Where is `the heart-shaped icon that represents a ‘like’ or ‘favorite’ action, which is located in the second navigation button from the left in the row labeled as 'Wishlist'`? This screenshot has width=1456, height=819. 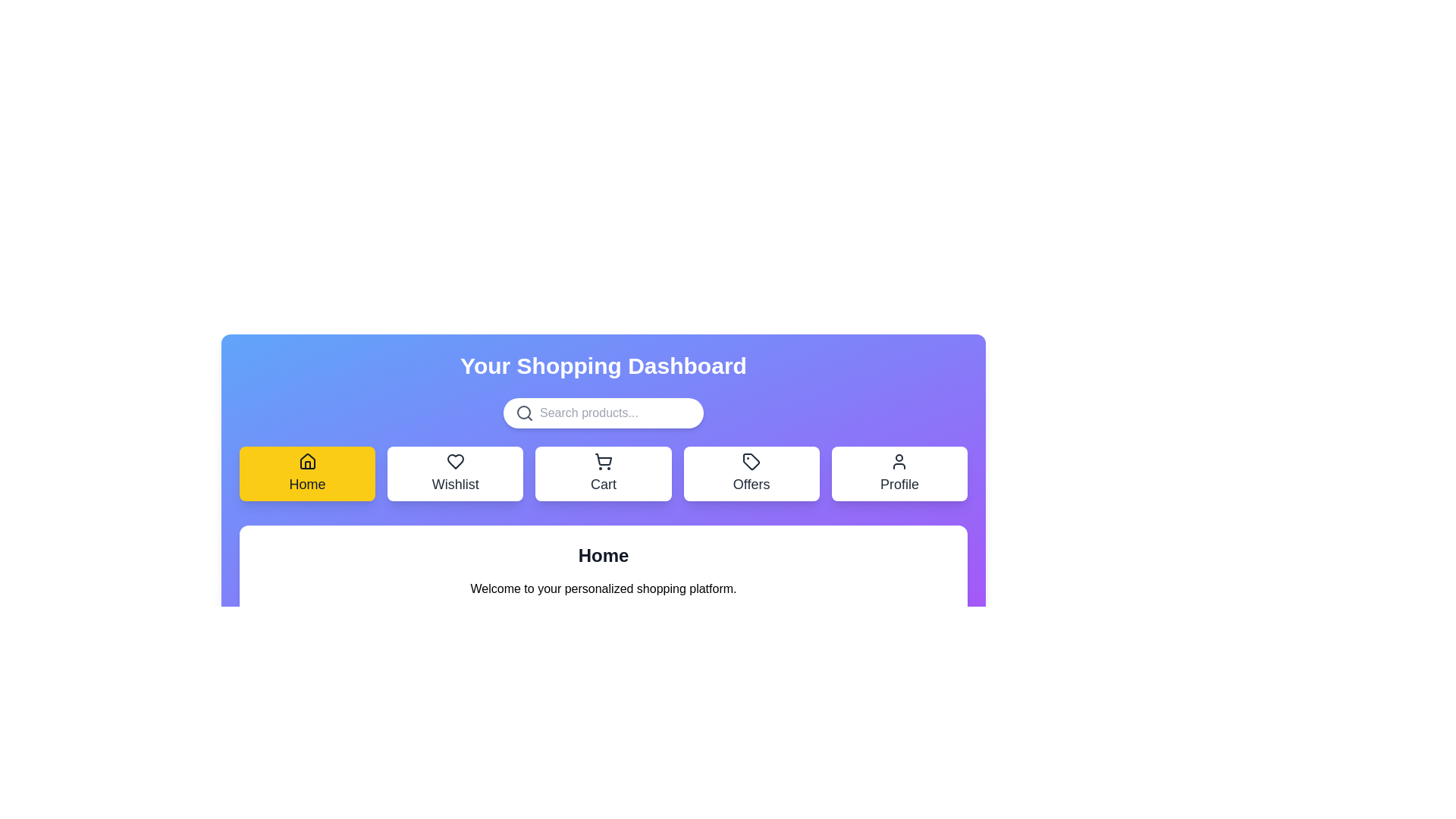 the heart-shaped icon that represents a ‘like’ or ‘favorite’ action, which is located in the second navigation button from the left in the row labeled as 'Wishlist' is located at coordinates (454, 461).